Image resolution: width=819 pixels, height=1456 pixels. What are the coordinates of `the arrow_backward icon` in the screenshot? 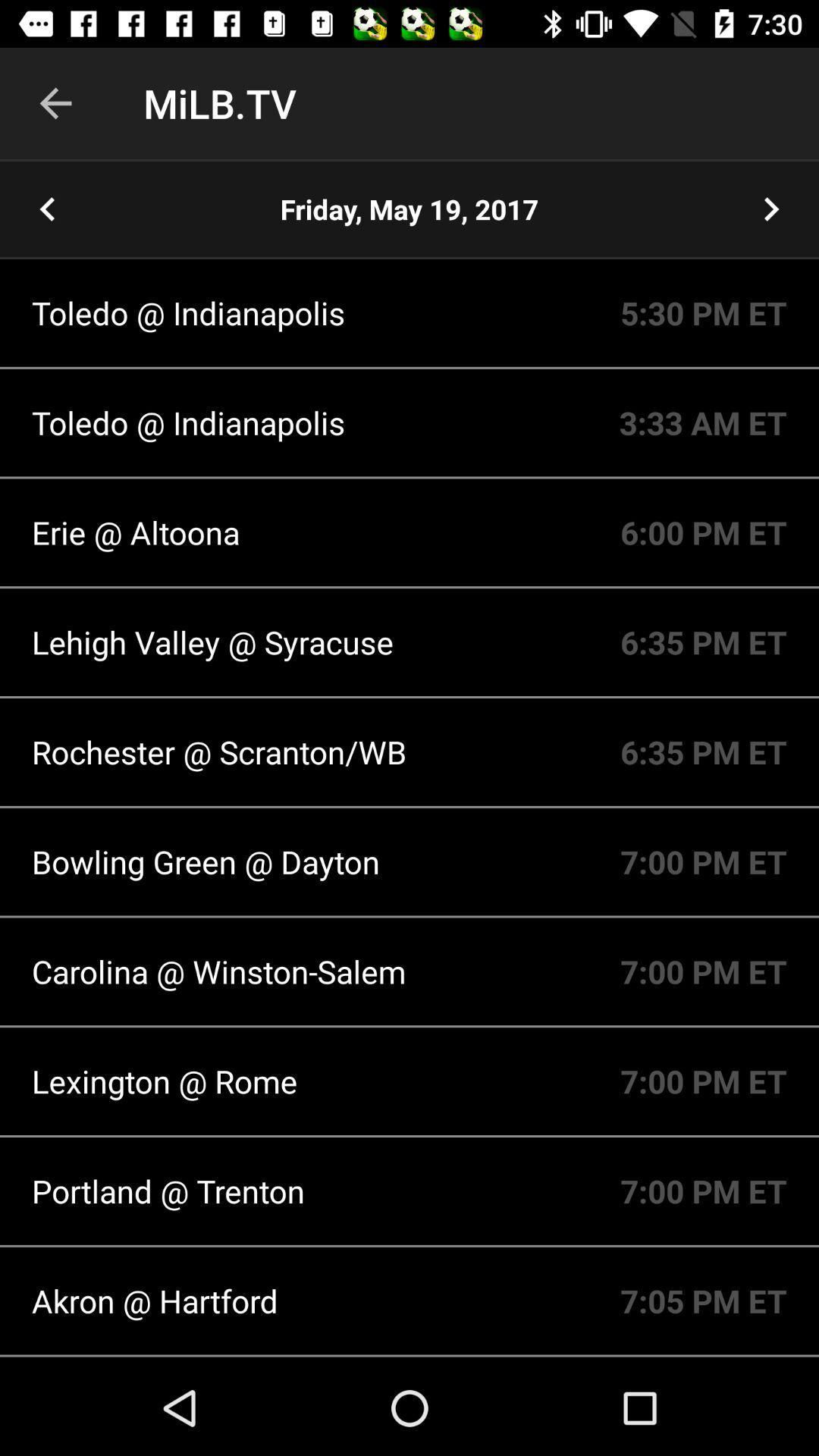 It's located at (46, 208).